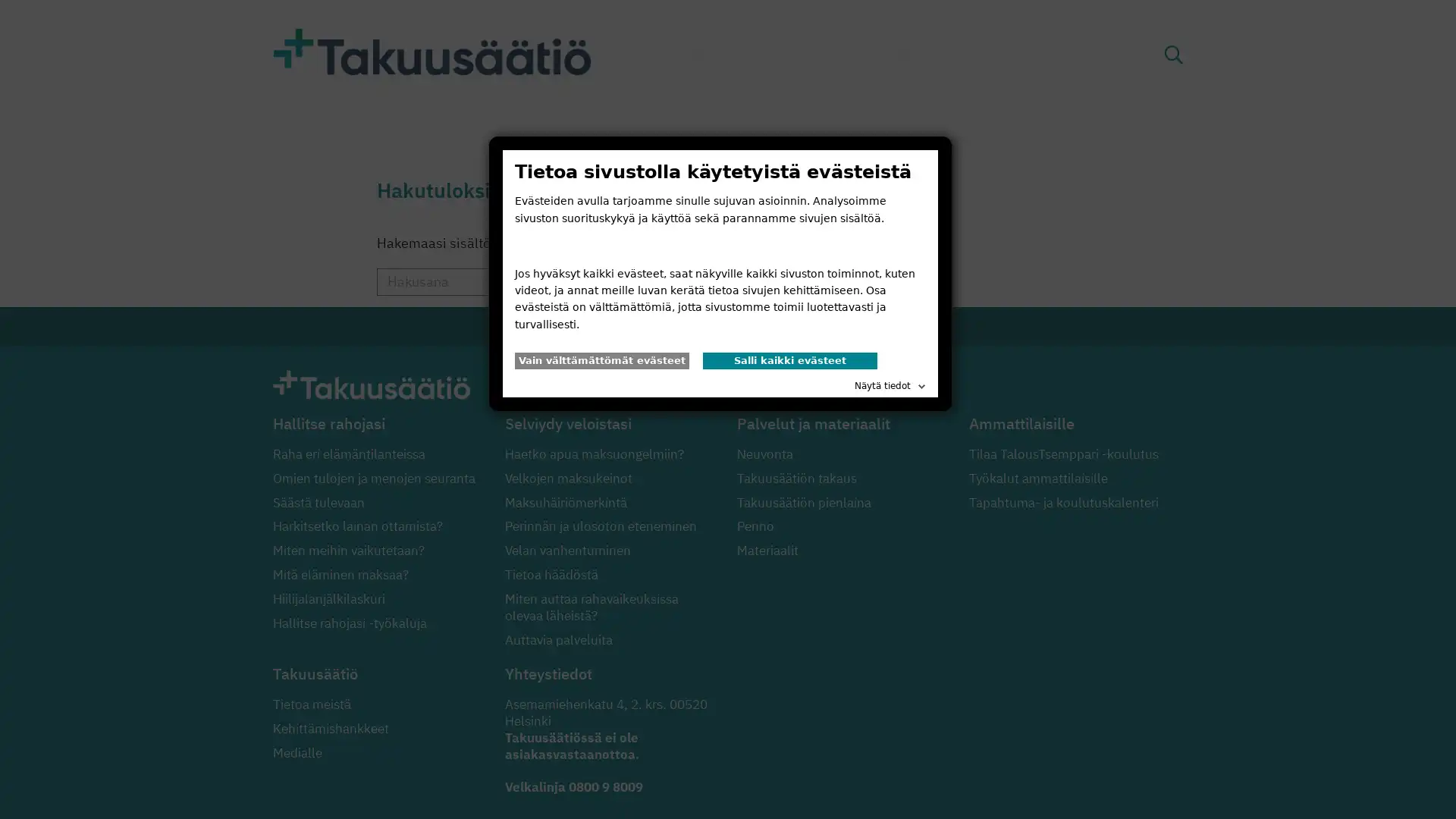  Describe the element at coordinates (513, 281) in the screenshot. I see `Hae` at that location.